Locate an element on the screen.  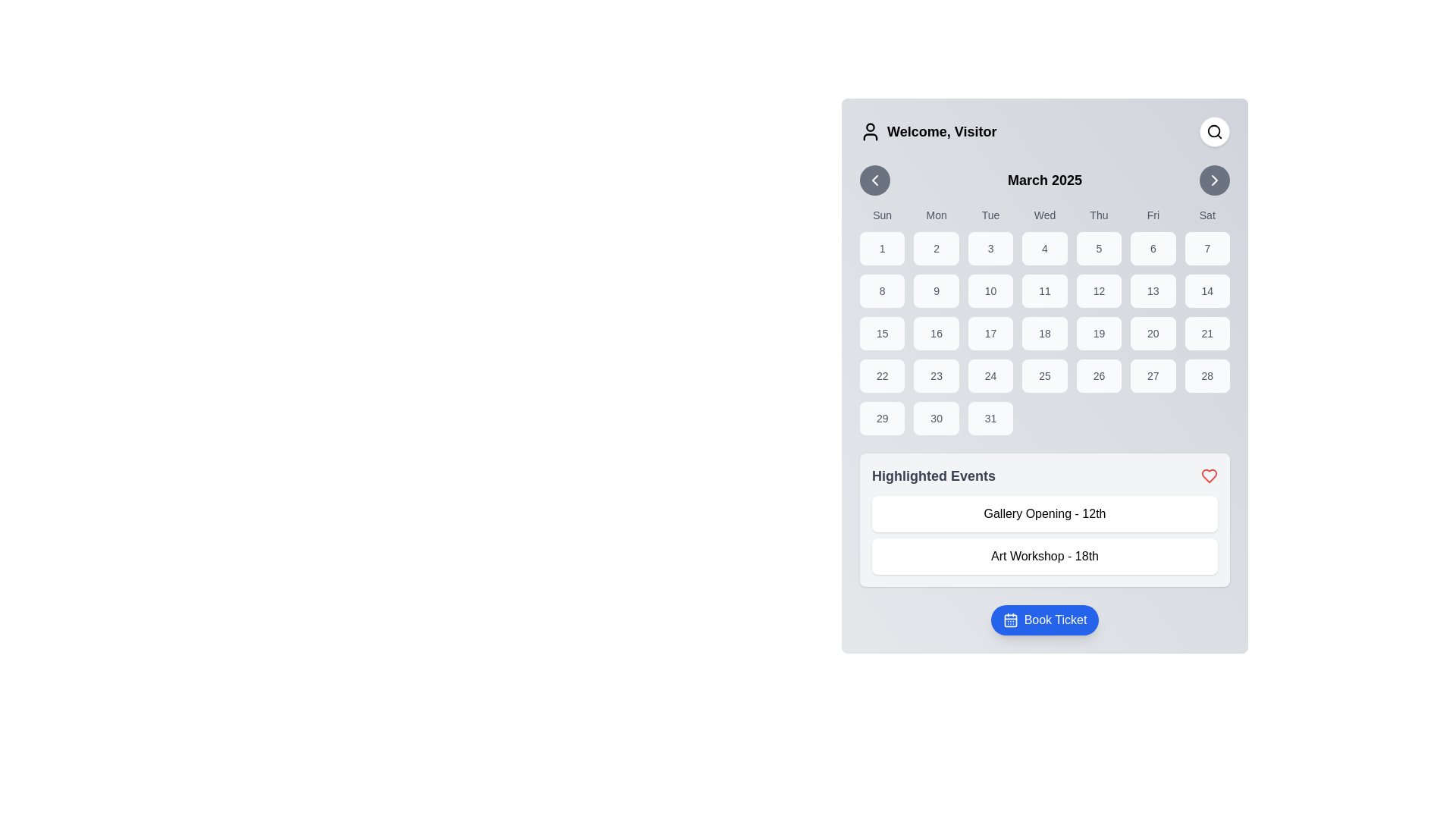
the Calendar day item representing Saturday the 14th is located at coordinates (1207, 291).